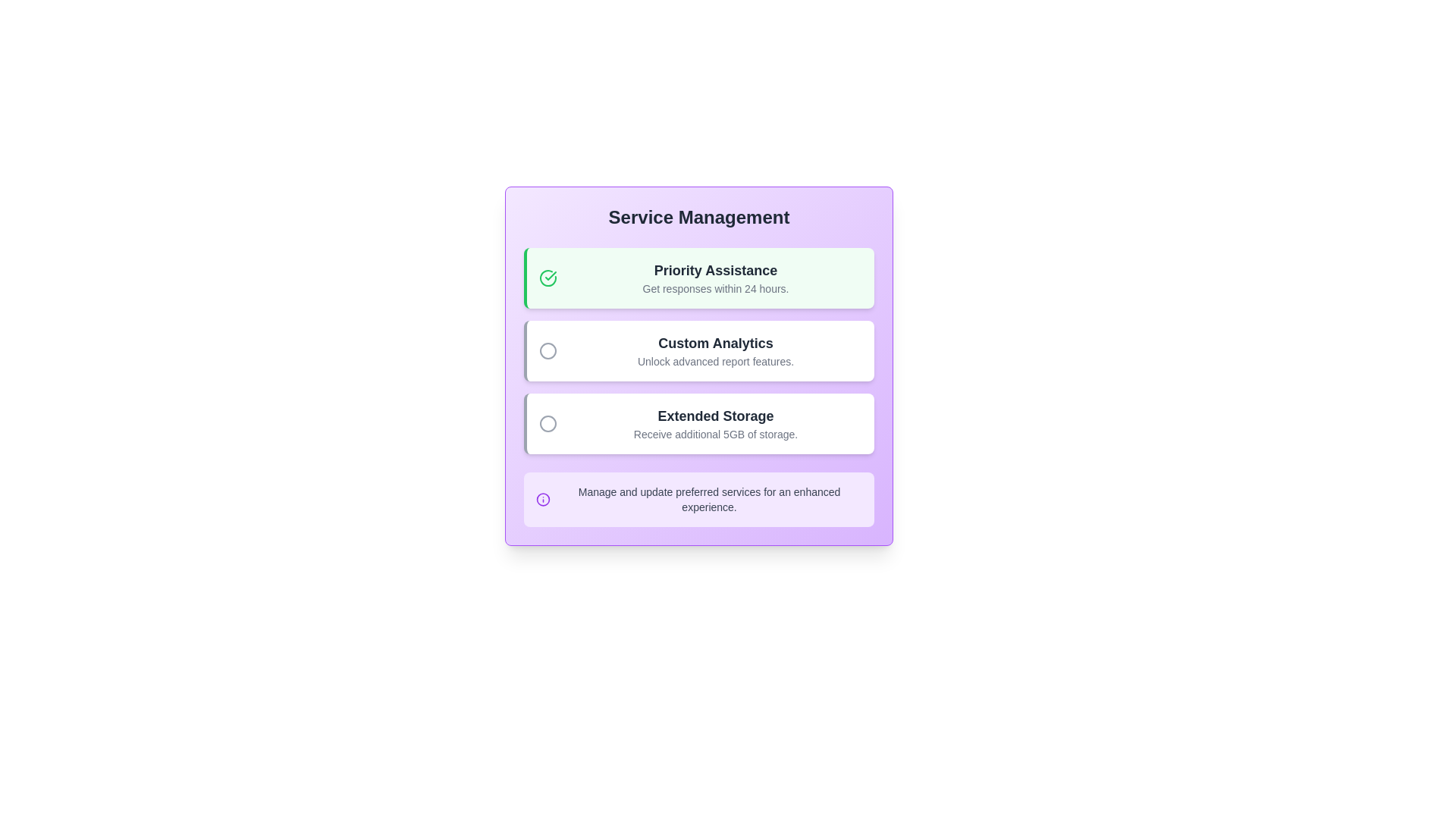 The width and height of the screenshot is (1456, 819). What do you see at coordinates (715, 416) in the screenshot?
I see `the Text label indicating the 'Extended Storage' option, which is located in the middle of the interface within the third option of a vertical list under the 'Service Management' section` at bounding box center [715, 416].